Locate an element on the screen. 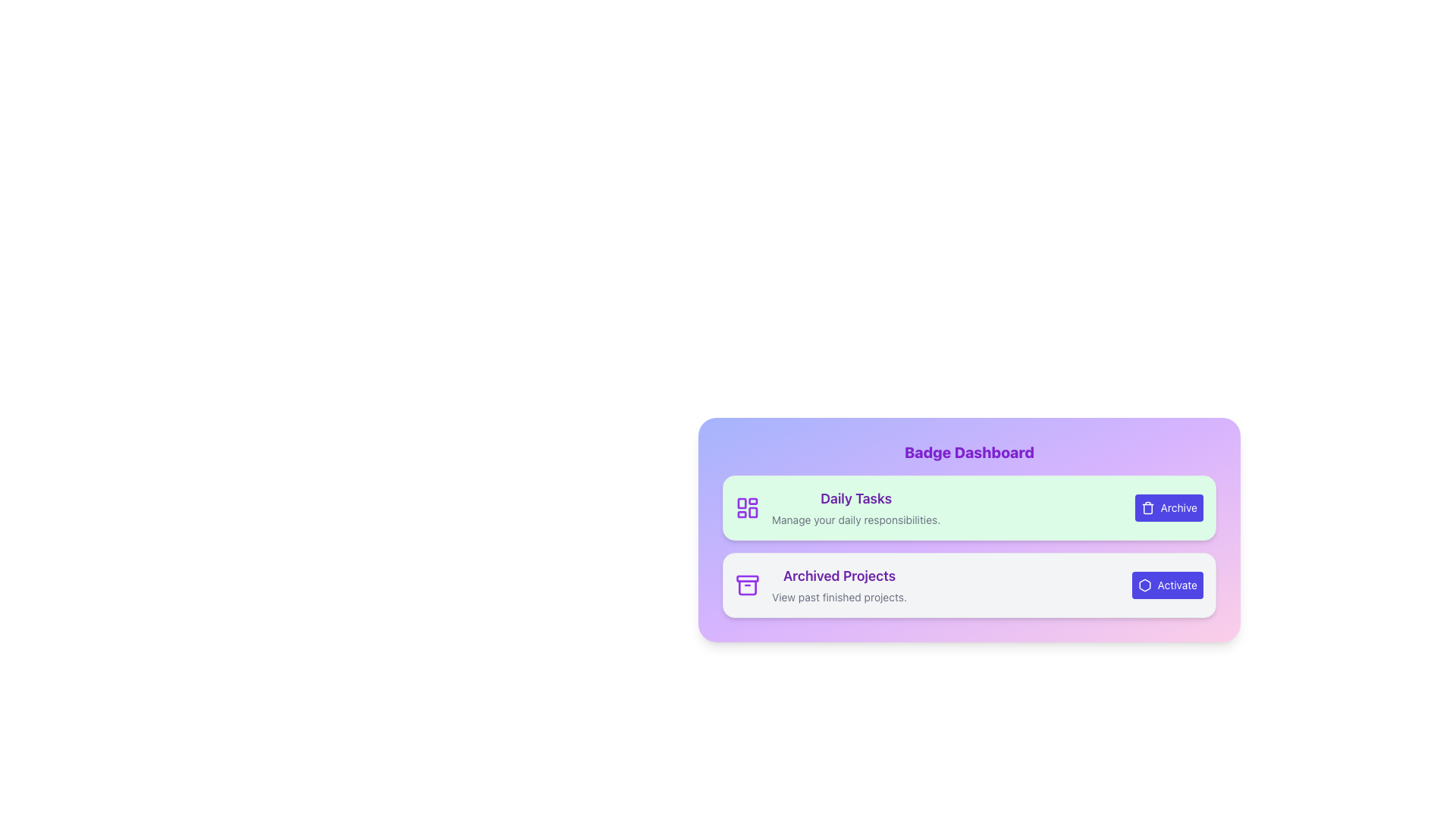 This screenshot has width=1456, height=819. header text indicating the context of archived projects located in the second card section of the dashboard, below the 'Daily Tasks' section is located at coordinates (839, 576).